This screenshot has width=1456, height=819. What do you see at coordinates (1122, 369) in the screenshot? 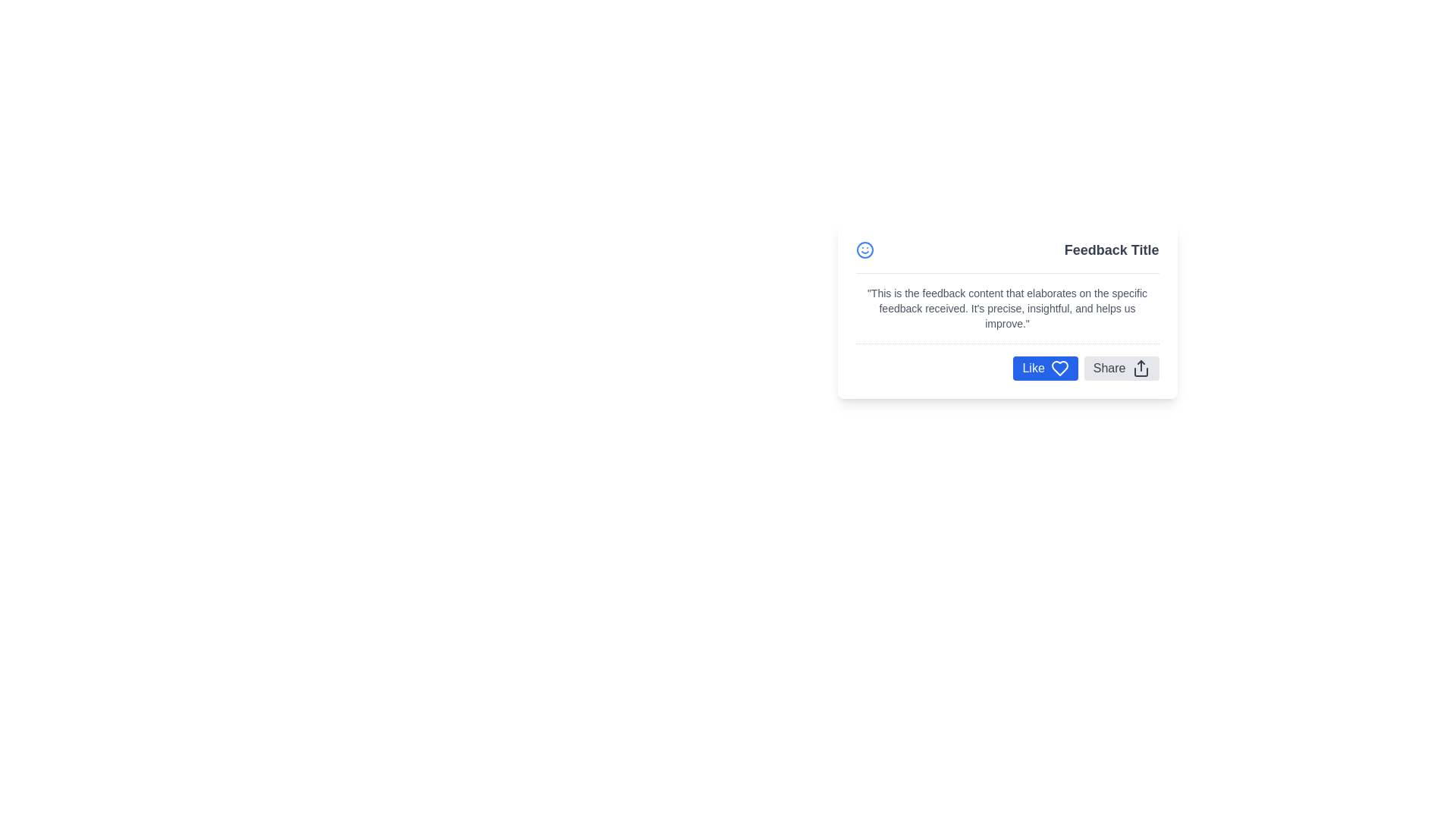
I see `the 'Share' button with gray text and an upward arrow icon located in the bottom right section of a card-like component` at bounding box center [1122, 369].